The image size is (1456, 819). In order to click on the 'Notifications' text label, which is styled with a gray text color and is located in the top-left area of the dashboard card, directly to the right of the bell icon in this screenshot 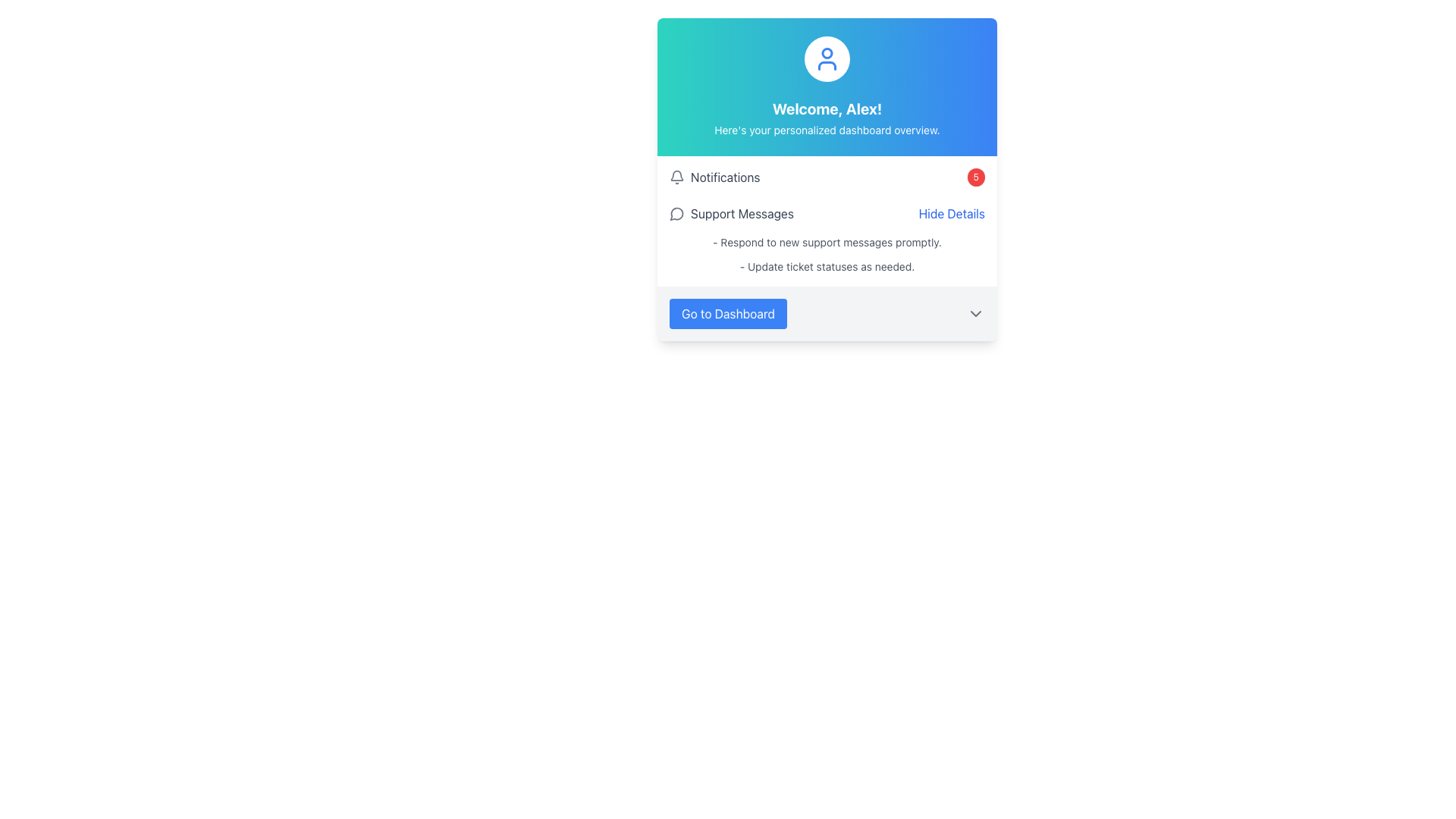, I will do `click(724, 177)`.